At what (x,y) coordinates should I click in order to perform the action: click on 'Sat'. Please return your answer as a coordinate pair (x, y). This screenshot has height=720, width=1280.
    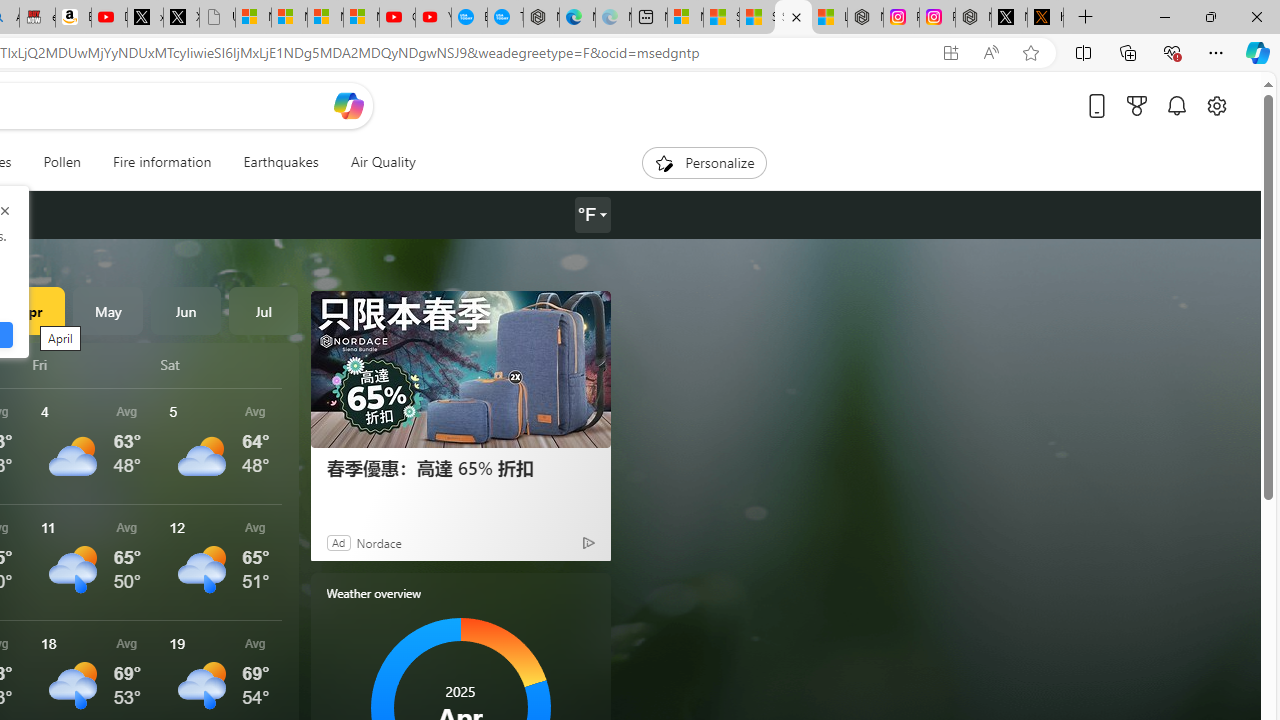
    Looking at the image, I should click on (221, 364).